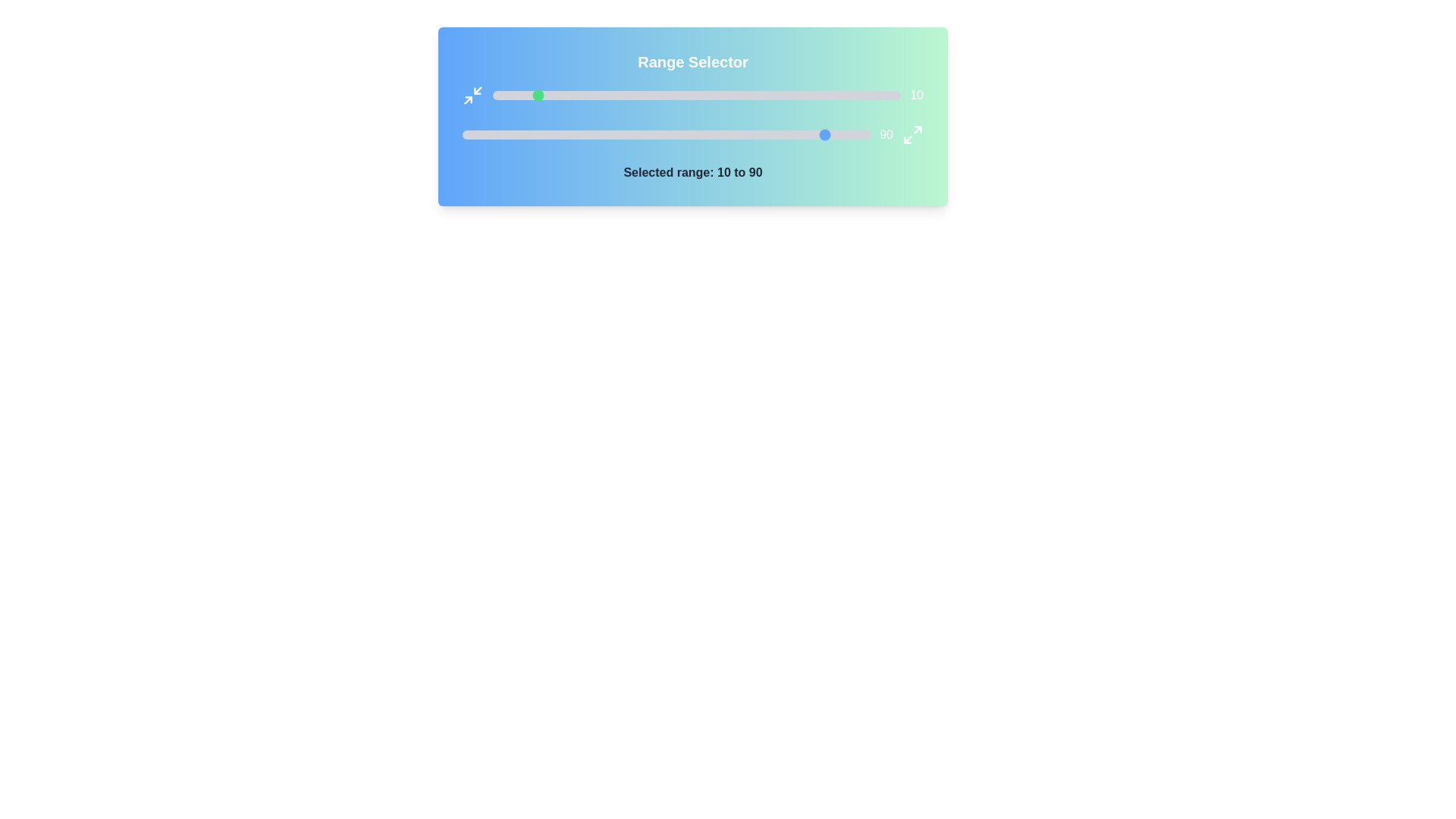 Image resolution: width=1456 pixels, height=819 pixels. What do you see at coordinates (611, 96) in the screenshot?
I see `the slider value` at bounding box center [611, 96].